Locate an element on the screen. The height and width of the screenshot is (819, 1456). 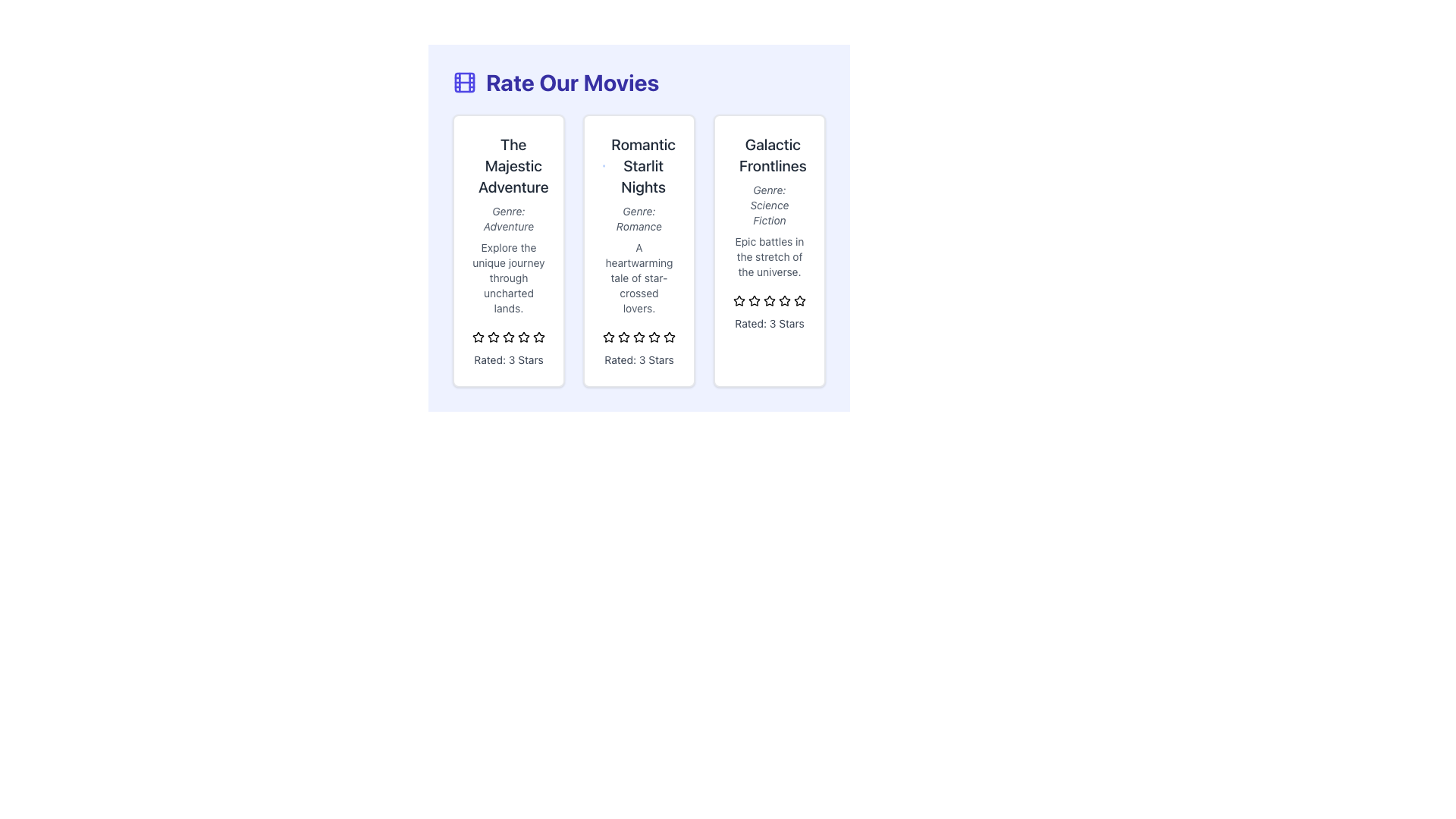
the sixth unselected rating star for the movie 'Romantic Starlit Nights', which is styled in gray and part of a horizontal rating system is located at coordinates (654, 336).